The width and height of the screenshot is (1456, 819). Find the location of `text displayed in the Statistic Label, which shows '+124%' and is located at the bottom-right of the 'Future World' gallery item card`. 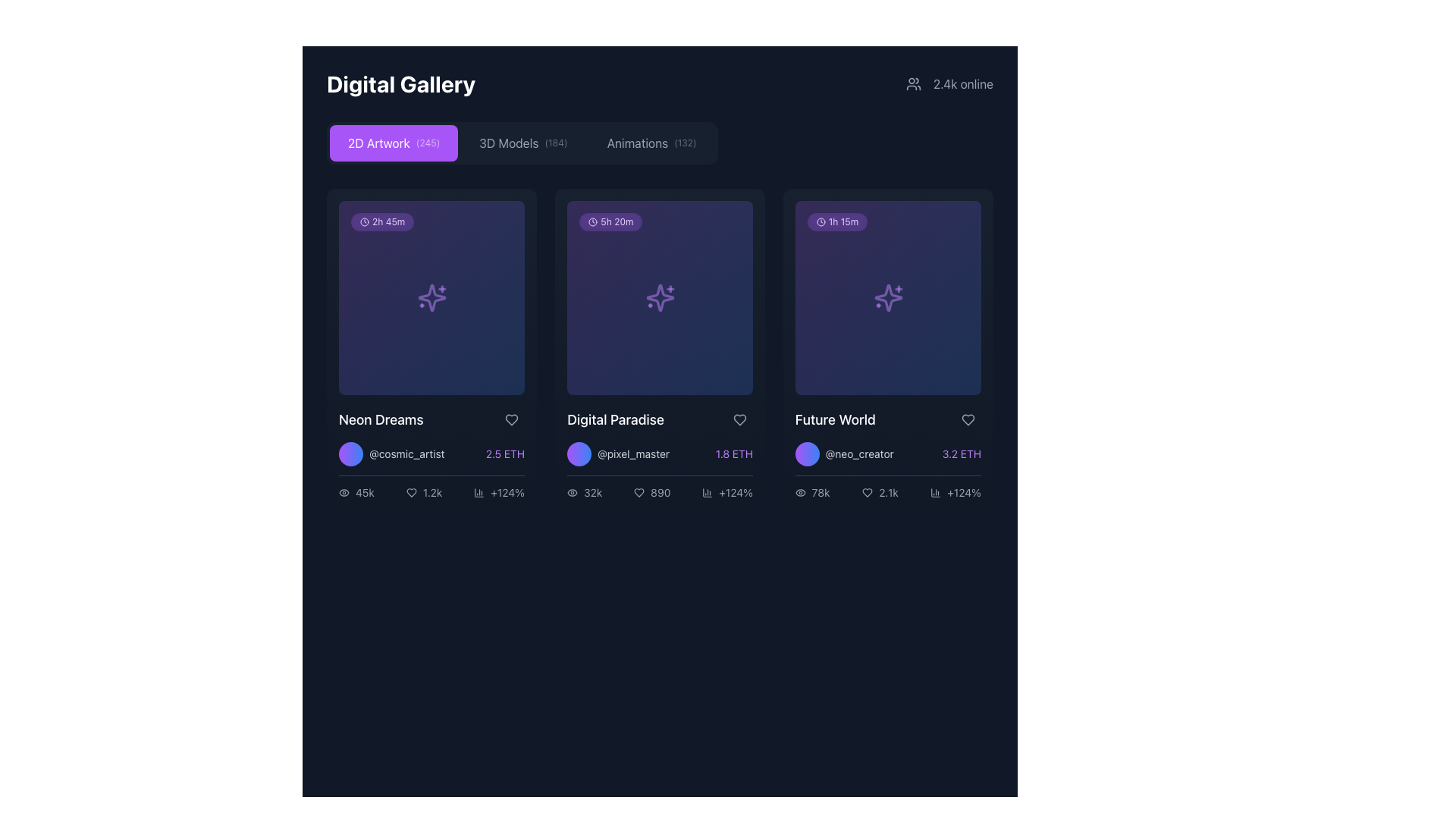

text displayed in the Statistic Label, which shows '+124%' and is located at the bottom-right of the 'Future World' gallery item card is located at coordinates (955, 493).